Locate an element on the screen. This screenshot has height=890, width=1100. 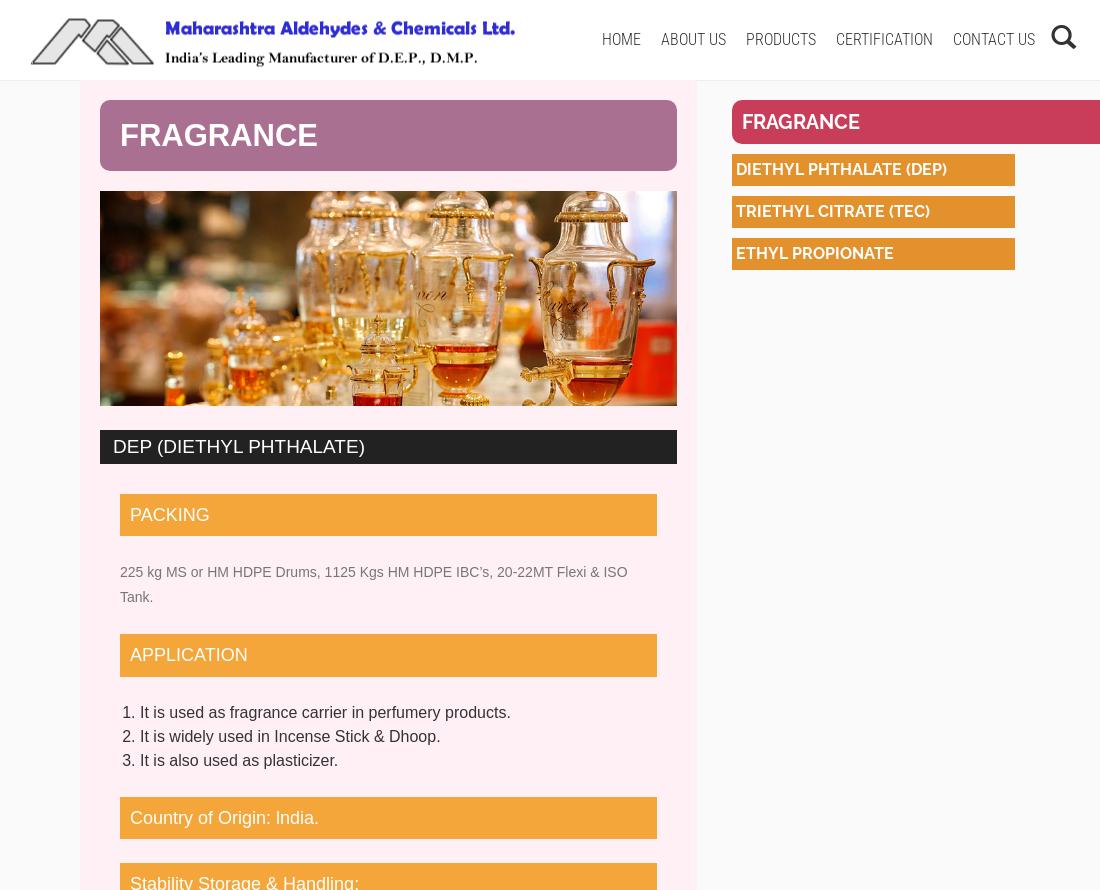
'FRAGRANCE' is located at coordinates (120, 134).